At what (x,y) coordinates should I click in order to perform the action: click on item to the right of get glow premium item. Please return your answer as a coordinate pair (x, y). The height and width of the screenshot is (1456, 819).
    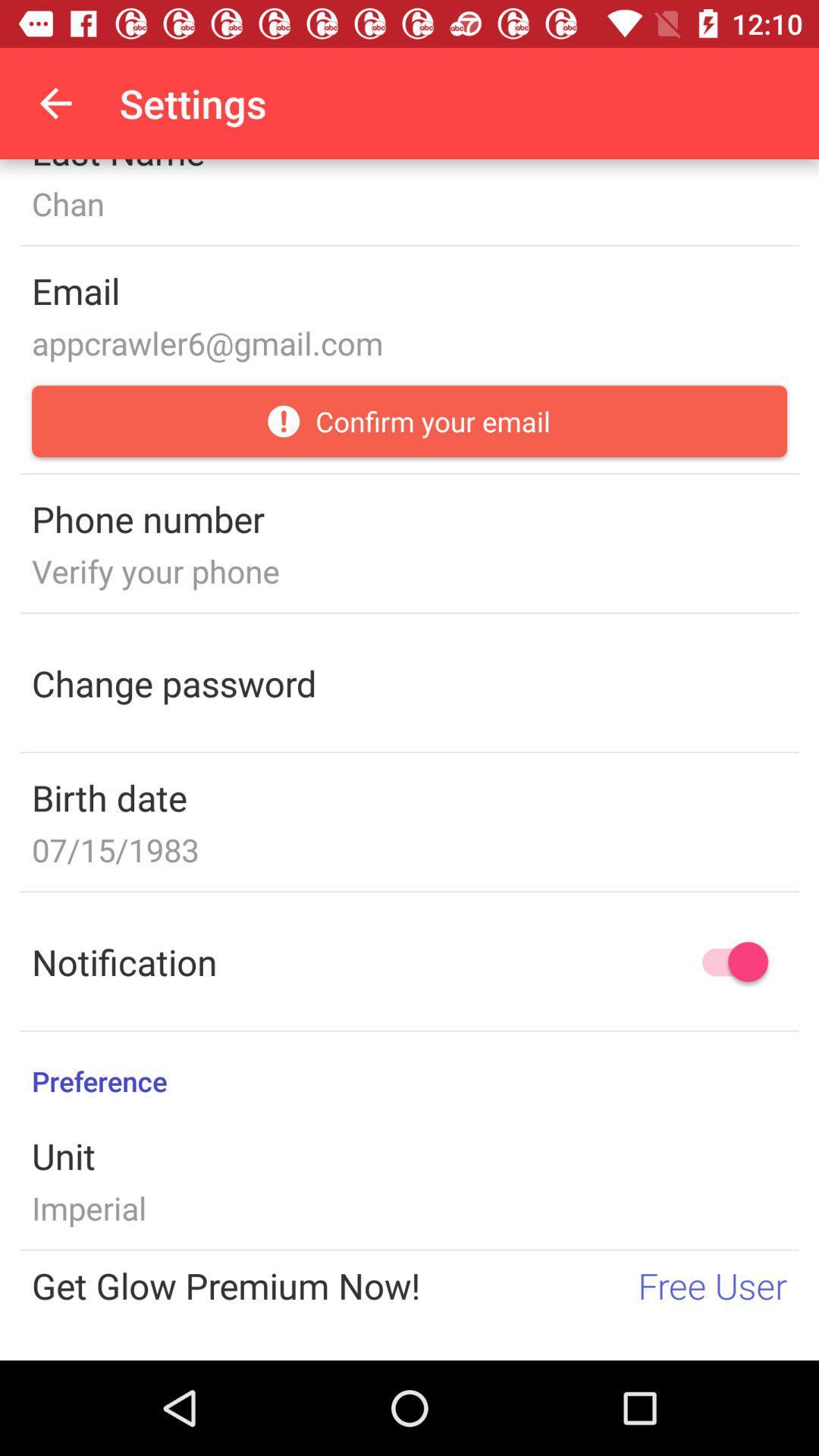
    Looking at the image, I should click on (712, 1285).